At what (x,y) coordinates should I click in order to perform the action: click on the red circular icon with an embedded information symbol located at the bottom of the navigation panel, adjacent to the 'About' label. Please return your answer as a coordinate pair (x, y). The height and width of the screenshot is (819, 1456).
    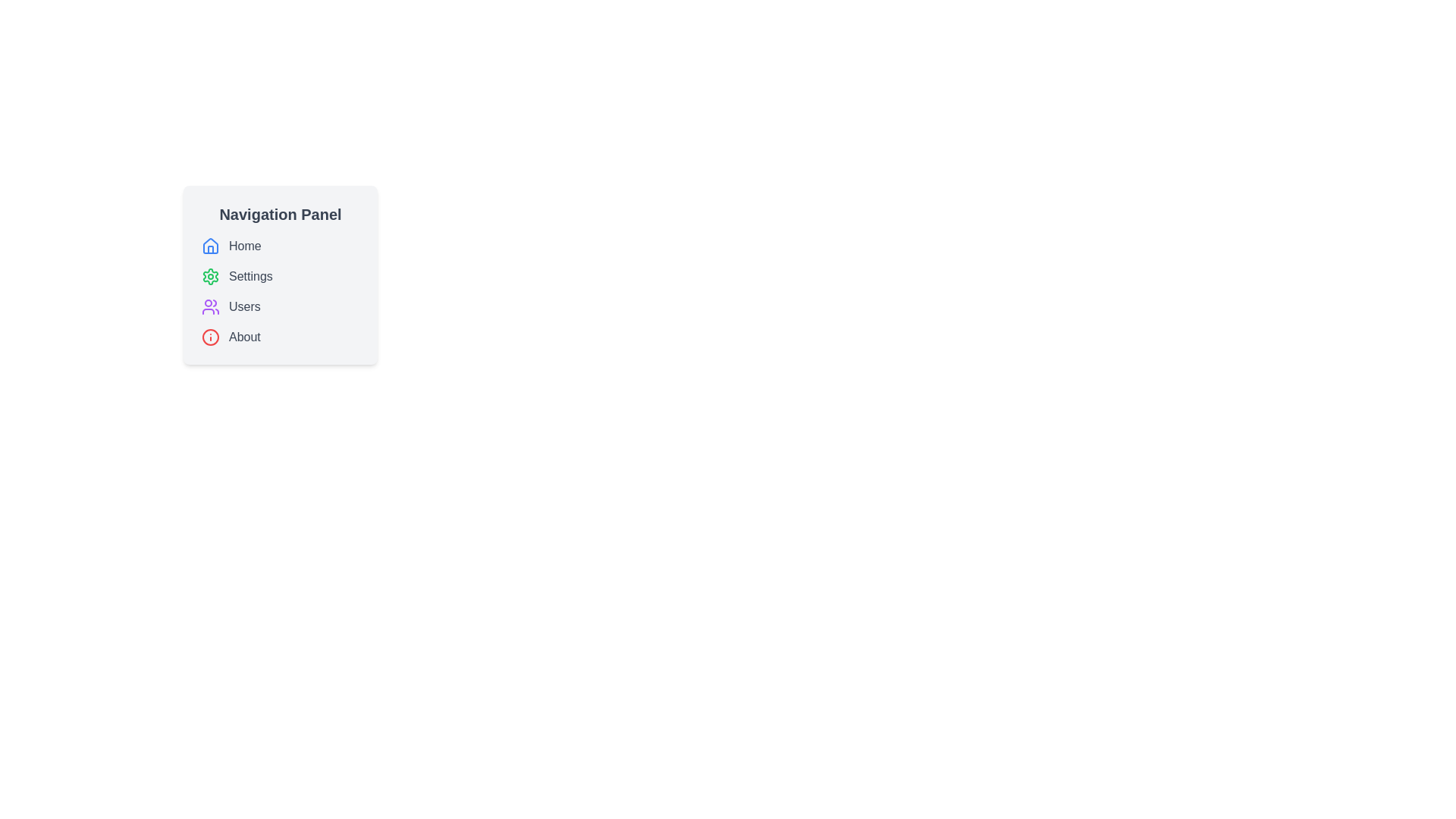
    Looking at the image, I should click on (210, 336).